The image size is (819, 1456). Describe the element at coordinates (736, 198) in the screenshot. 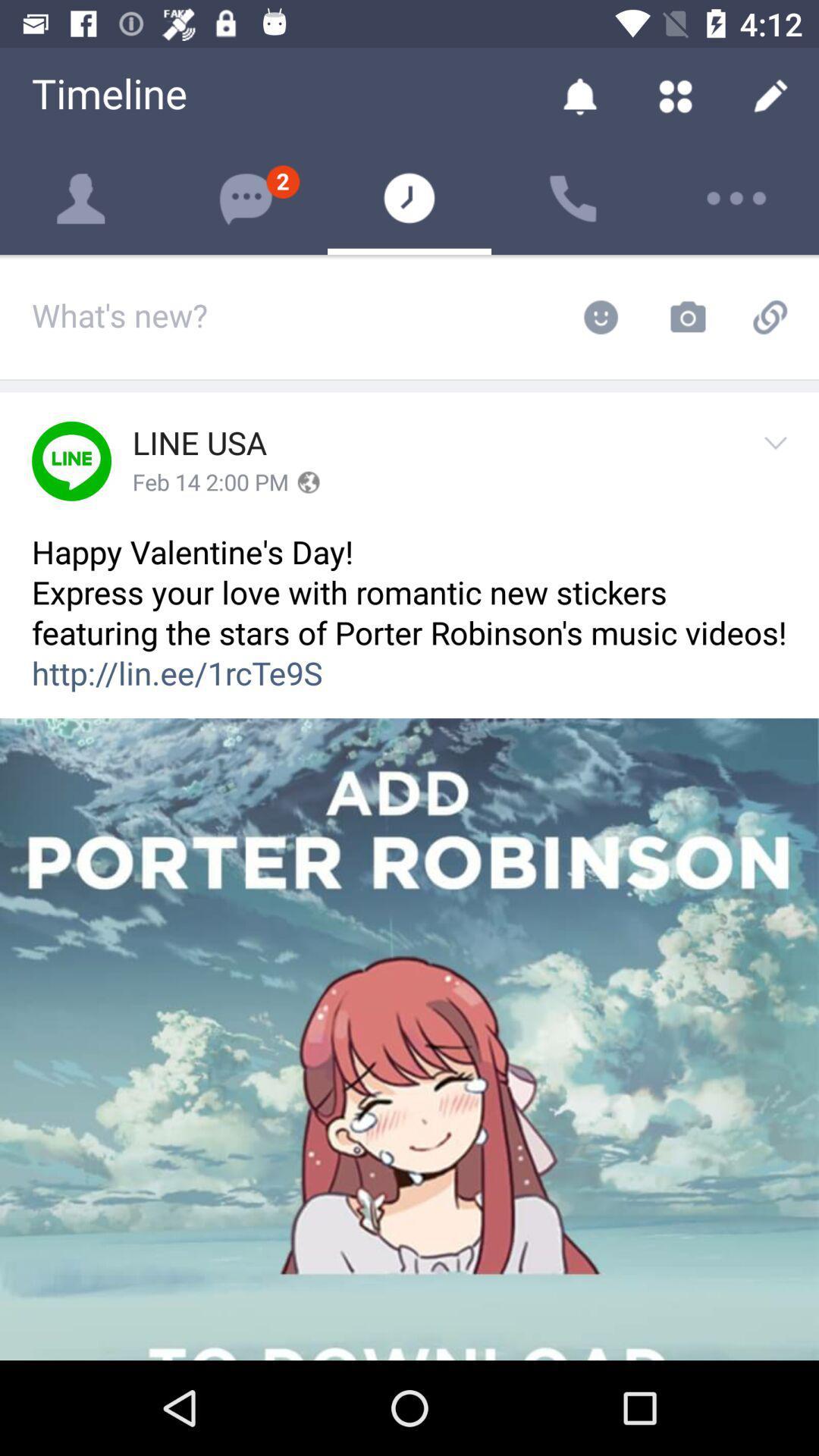

I see `the more icon` at that location.